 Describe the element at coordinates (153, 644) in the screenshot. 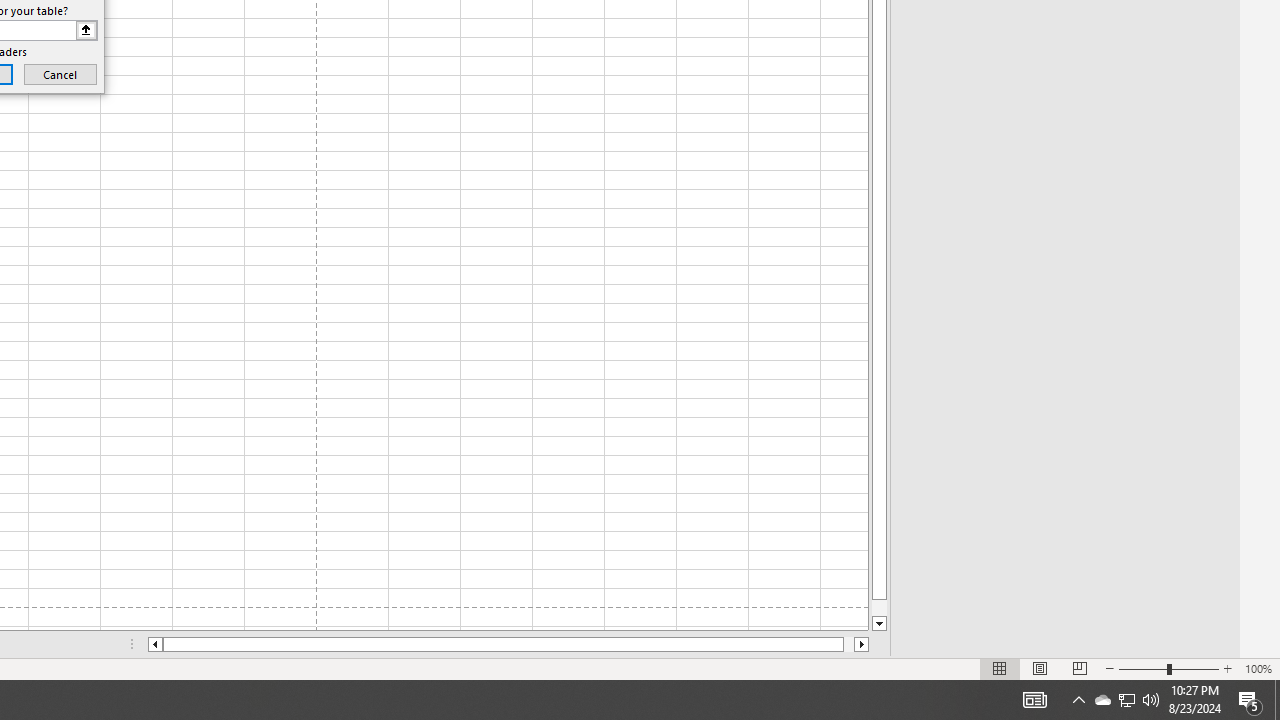

I see `'Column left'` at that location.